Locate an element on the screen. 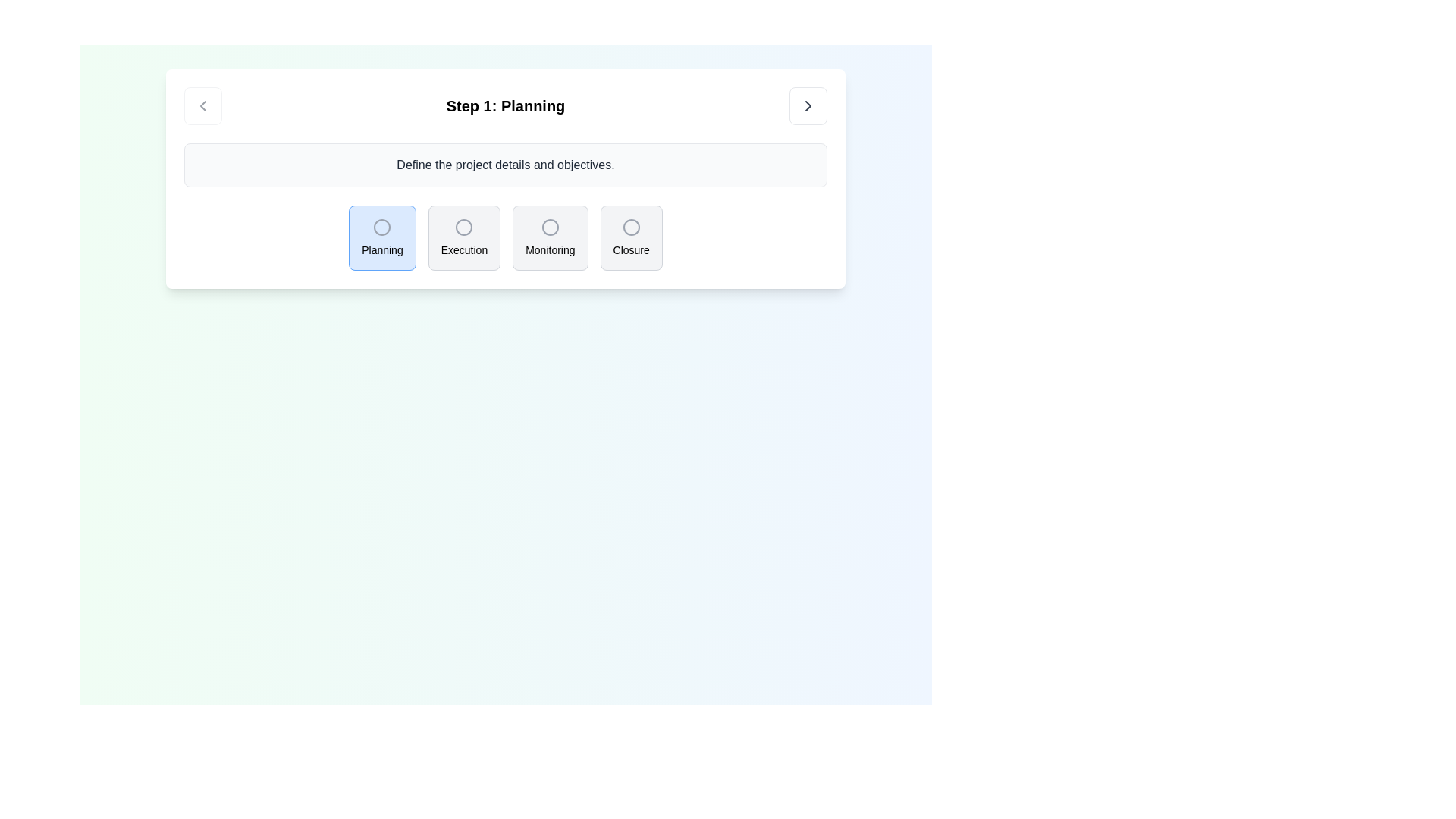 Image resolution: width=1456 pixels, height=819 pixels. the chevron-left arrow icon located within the navigation button adjacent to the title 'Step 1: Planning' is located at coordinates (202, 105).